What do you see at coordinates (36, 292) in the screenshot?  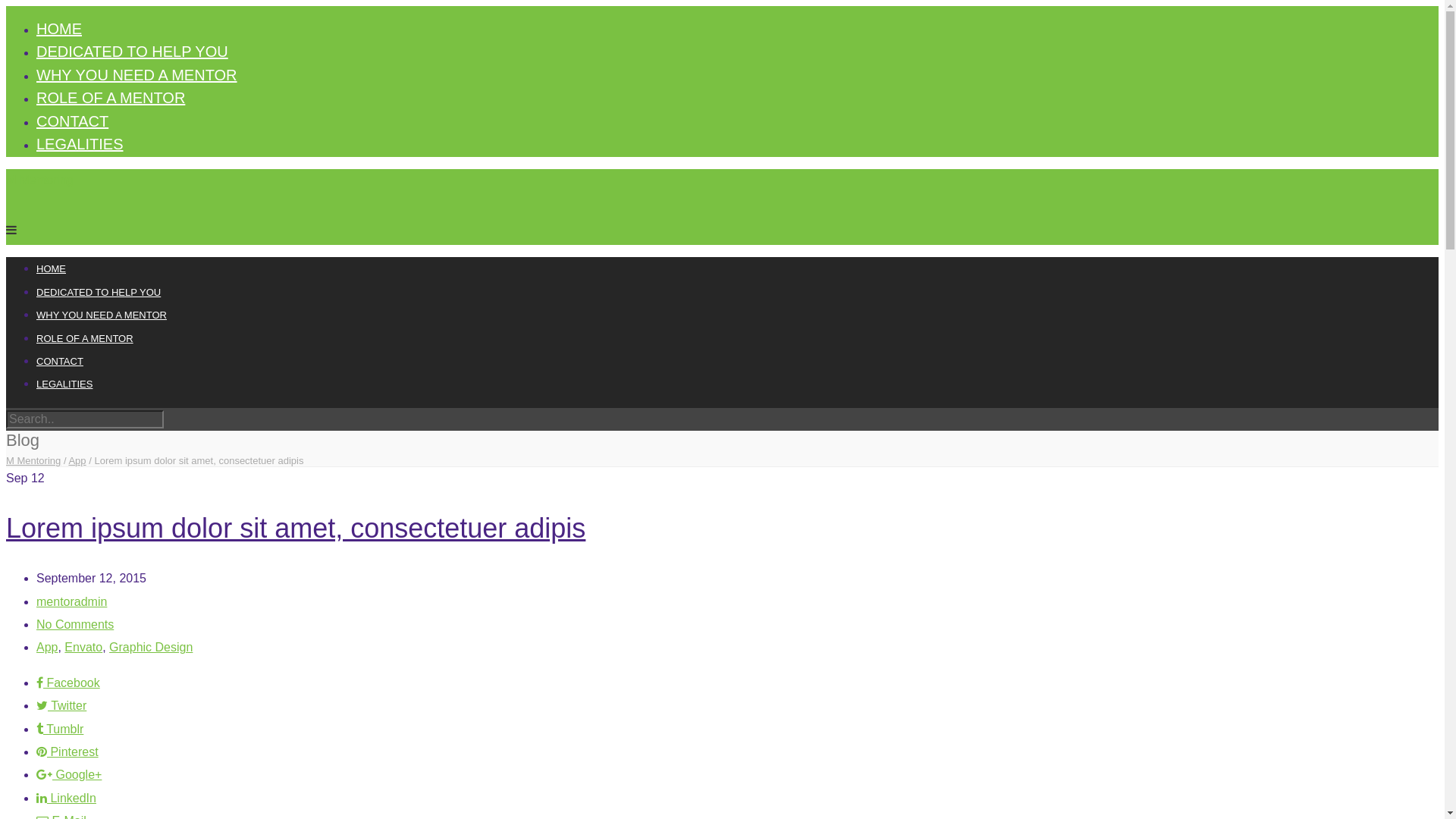 I see `'DEDICATED TO HELP YOU'` at bounding box center [36, 292].